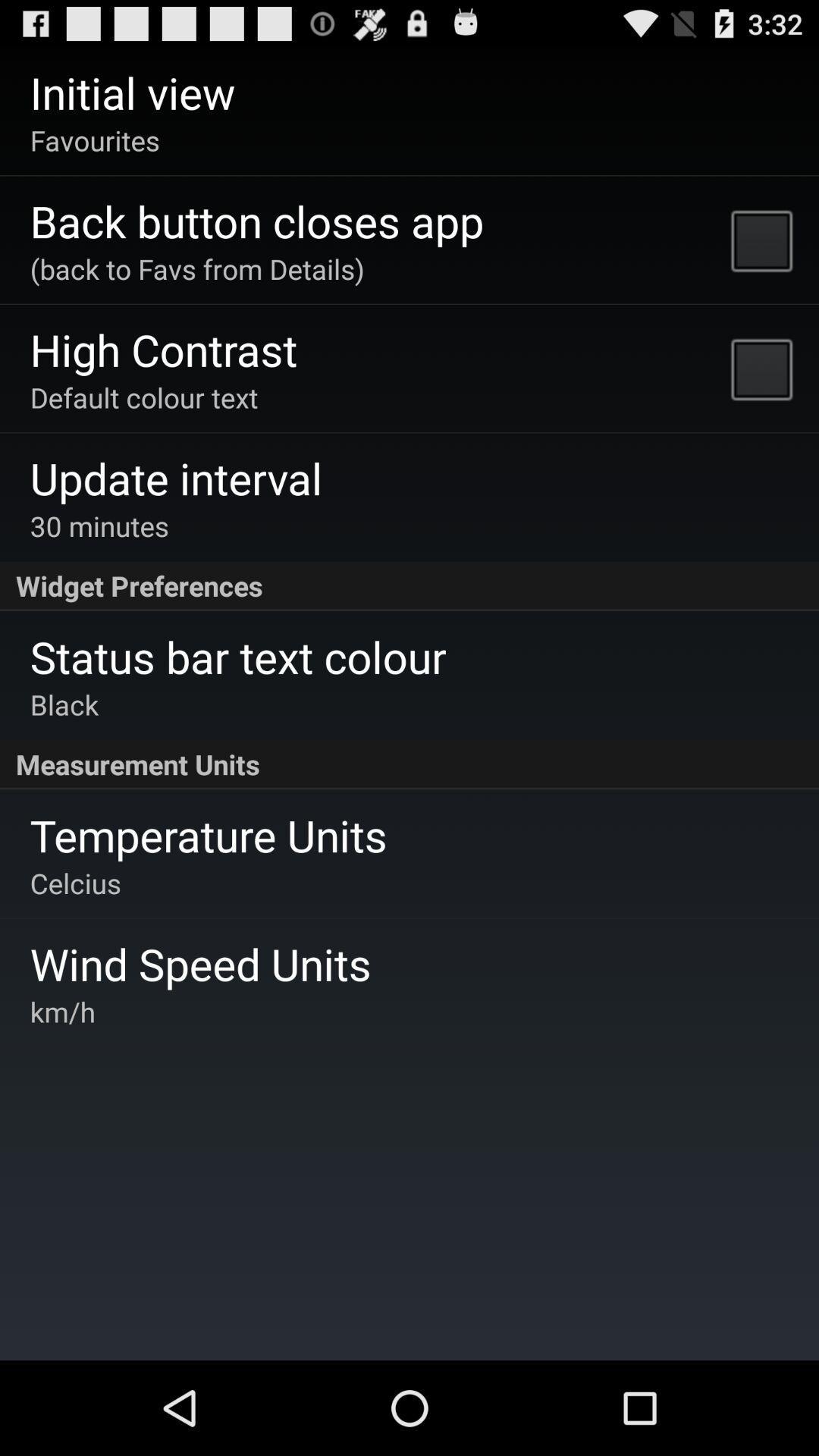 The width and height of the screenshot is (819, 1456). What do you see at coordinates (409, 585) in the screenshot?
I see `the icon above status bar text app` at bounding box center [409, 585].